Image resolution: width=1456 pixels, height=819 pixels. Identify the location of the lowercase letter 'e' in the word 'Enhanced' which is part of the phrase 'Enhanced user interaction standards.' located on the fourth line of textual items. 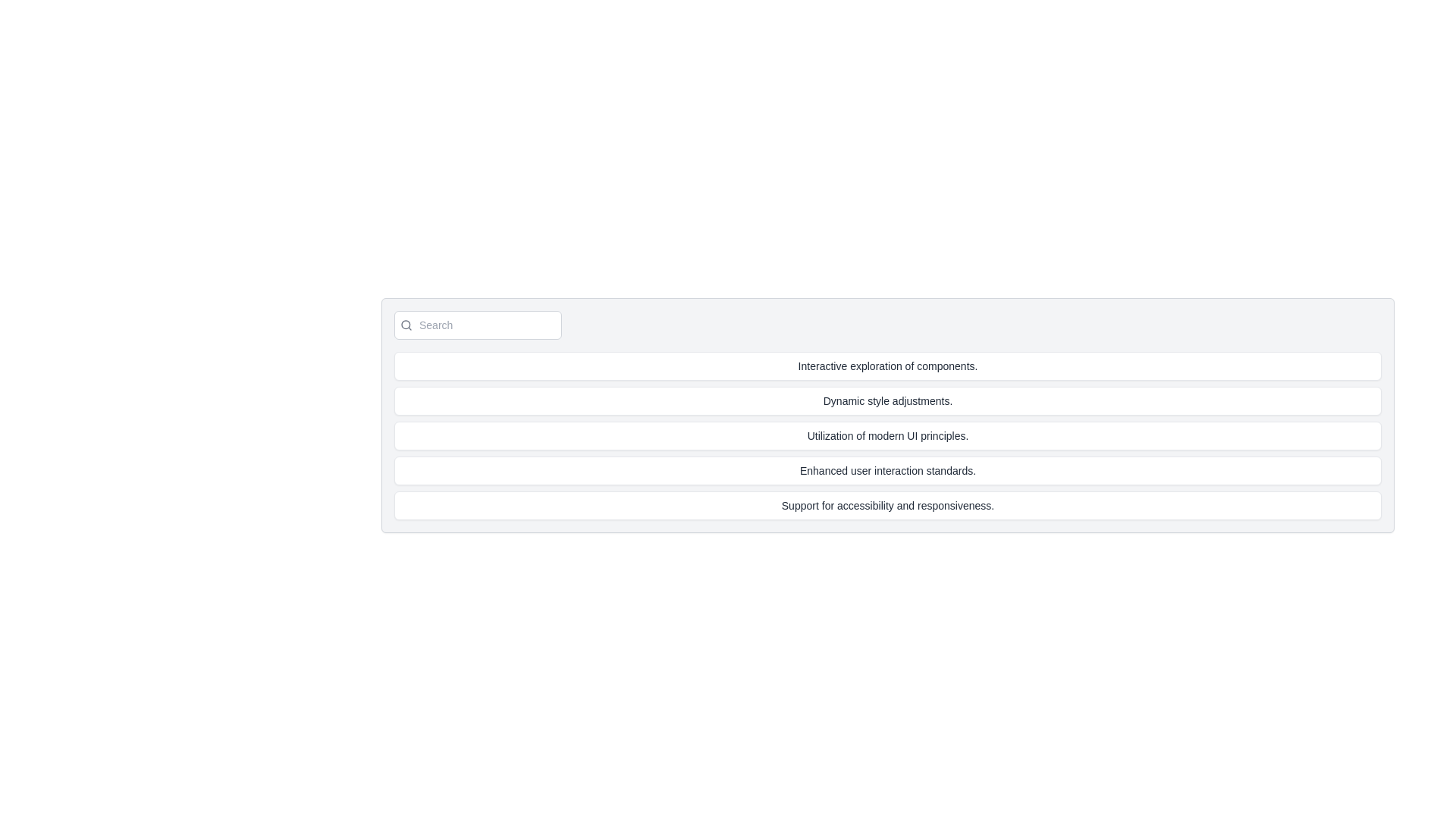
(838, 470).